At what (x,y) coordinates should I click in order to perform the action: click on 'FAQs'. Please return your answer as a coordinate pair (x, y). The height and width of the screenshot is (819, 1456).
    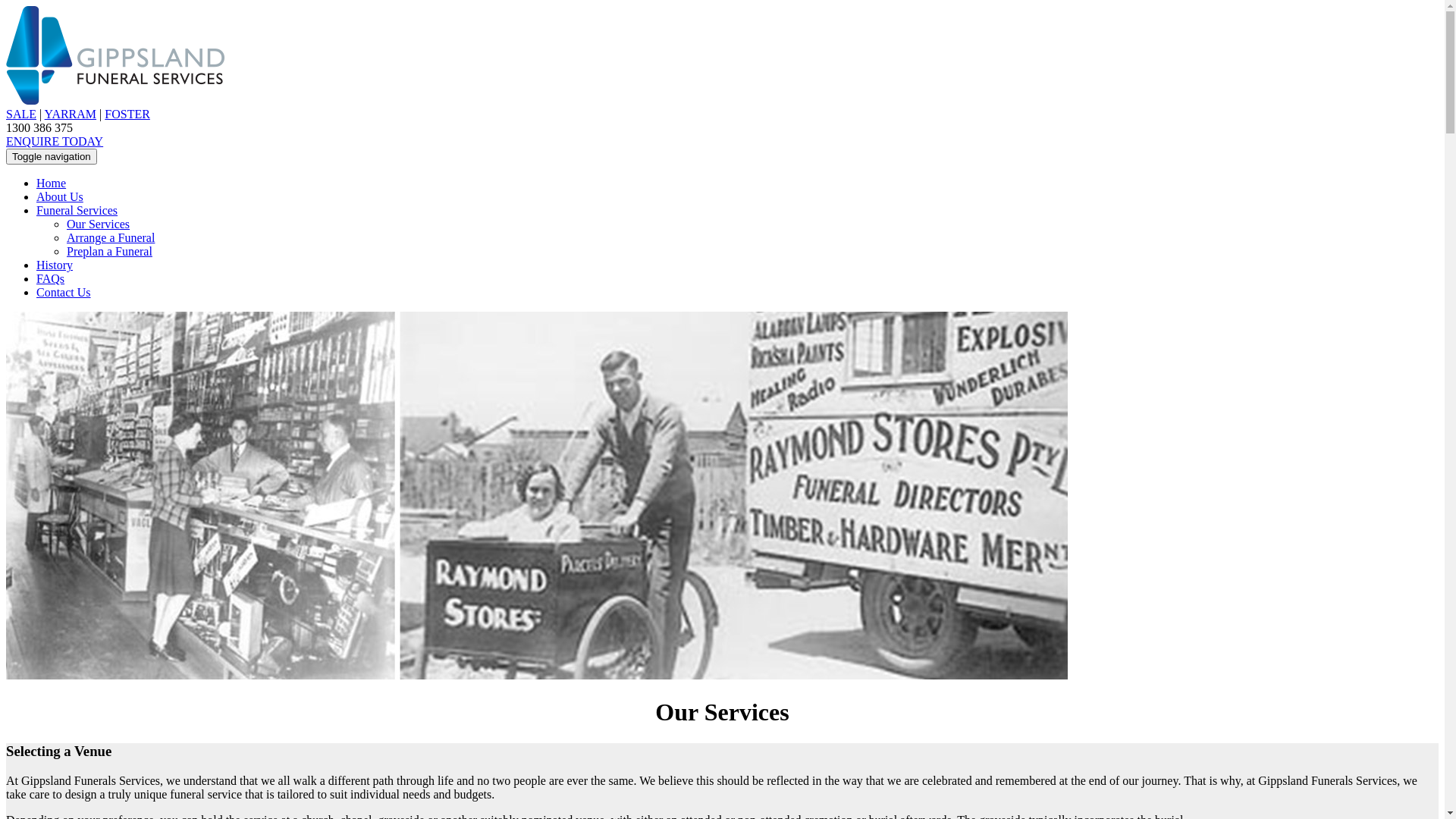
    Looking at the image, I should click on (36, 278).